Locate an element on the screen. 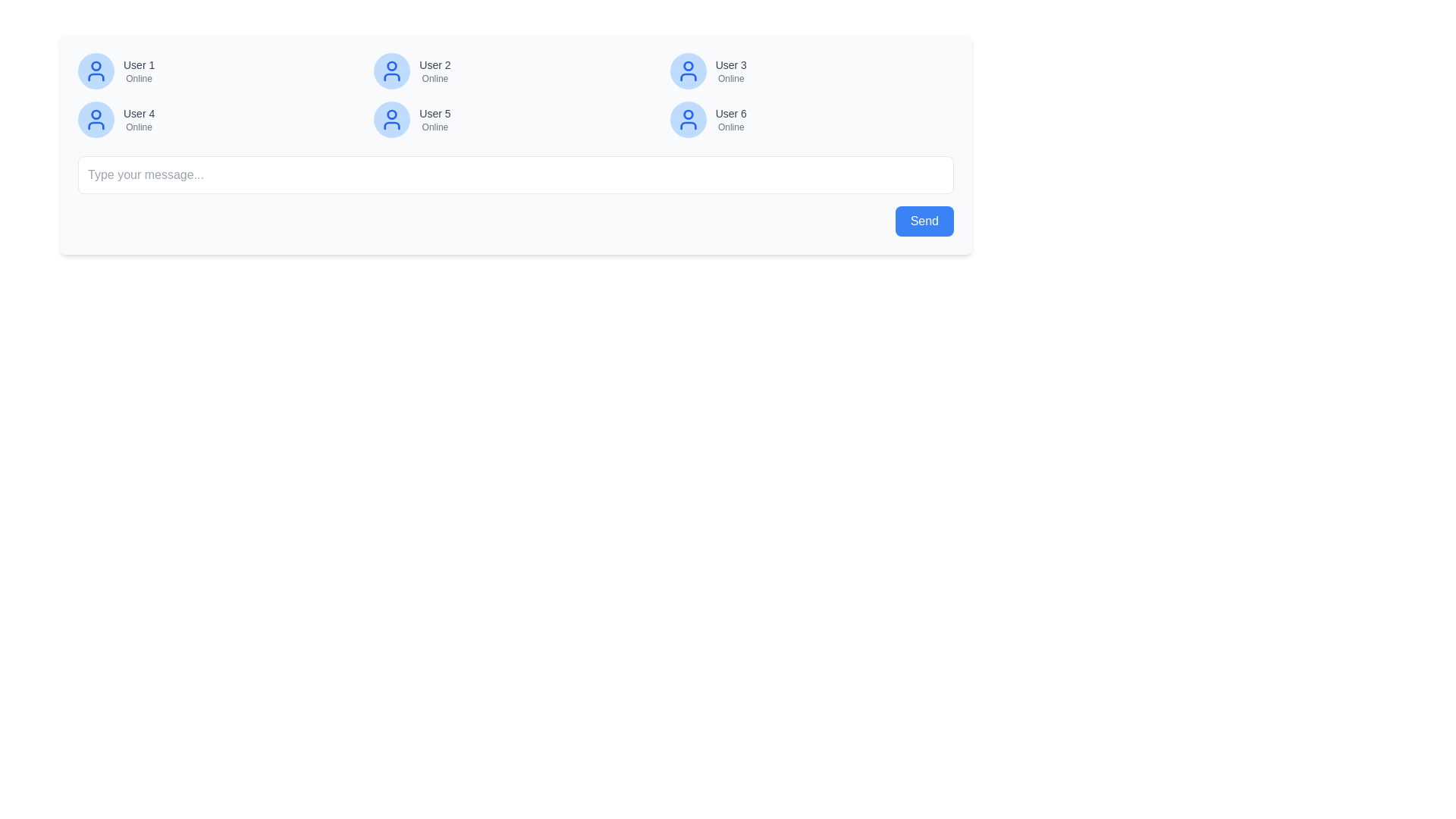 This screenshot has width=1456, height=819. the decorative graphical element representing the head of the user avatar icon for the sixth user in the interface, located in the lower-right section of the user list grid is located at coordinates (687, 114).